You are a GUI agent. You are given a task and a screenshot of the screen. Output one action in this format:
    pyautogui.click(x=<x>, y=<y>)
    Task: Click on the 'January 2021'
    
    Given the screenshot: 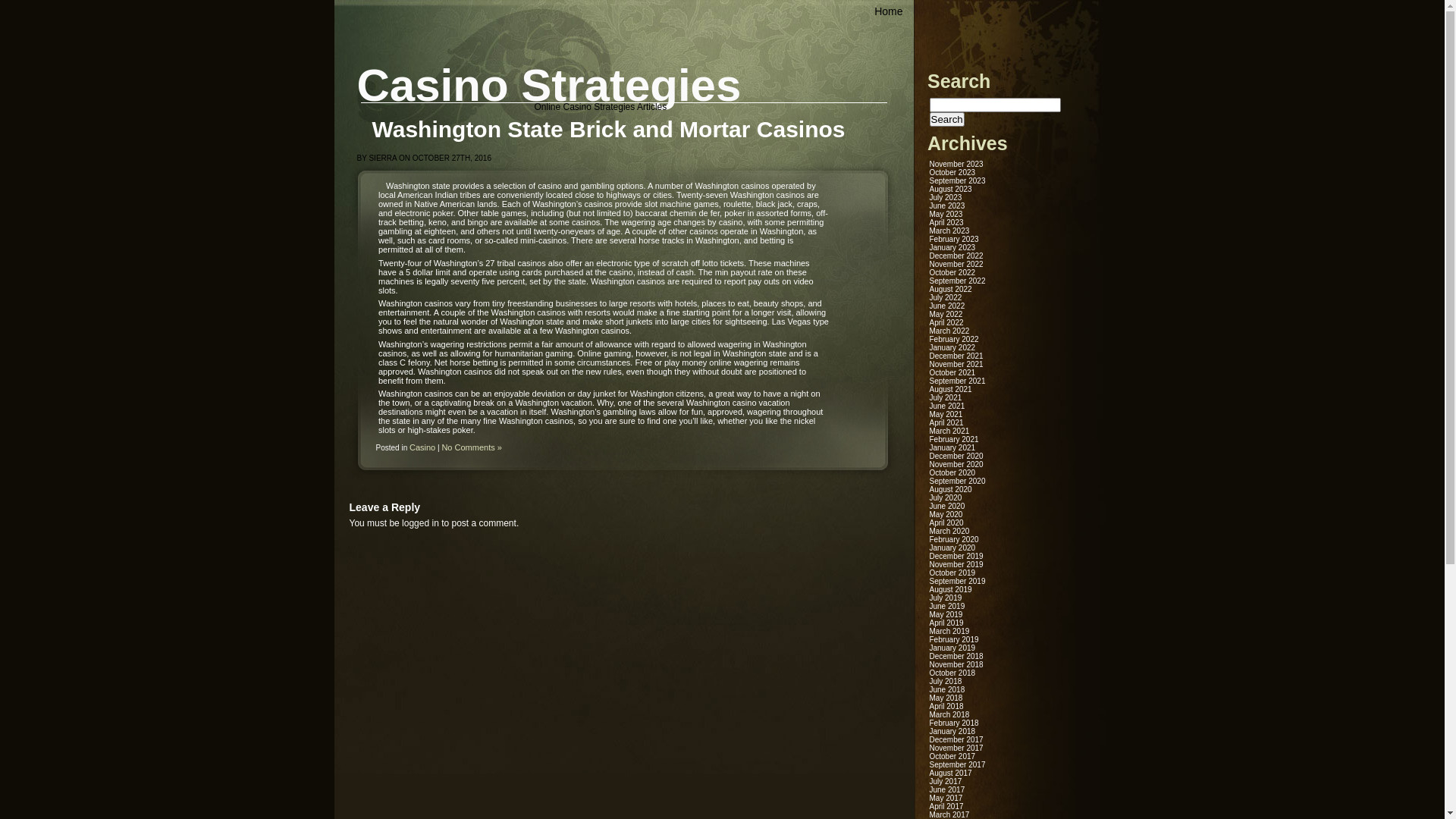 What is the action you would take?
    pyautogui.click(x=952, y=447)
    